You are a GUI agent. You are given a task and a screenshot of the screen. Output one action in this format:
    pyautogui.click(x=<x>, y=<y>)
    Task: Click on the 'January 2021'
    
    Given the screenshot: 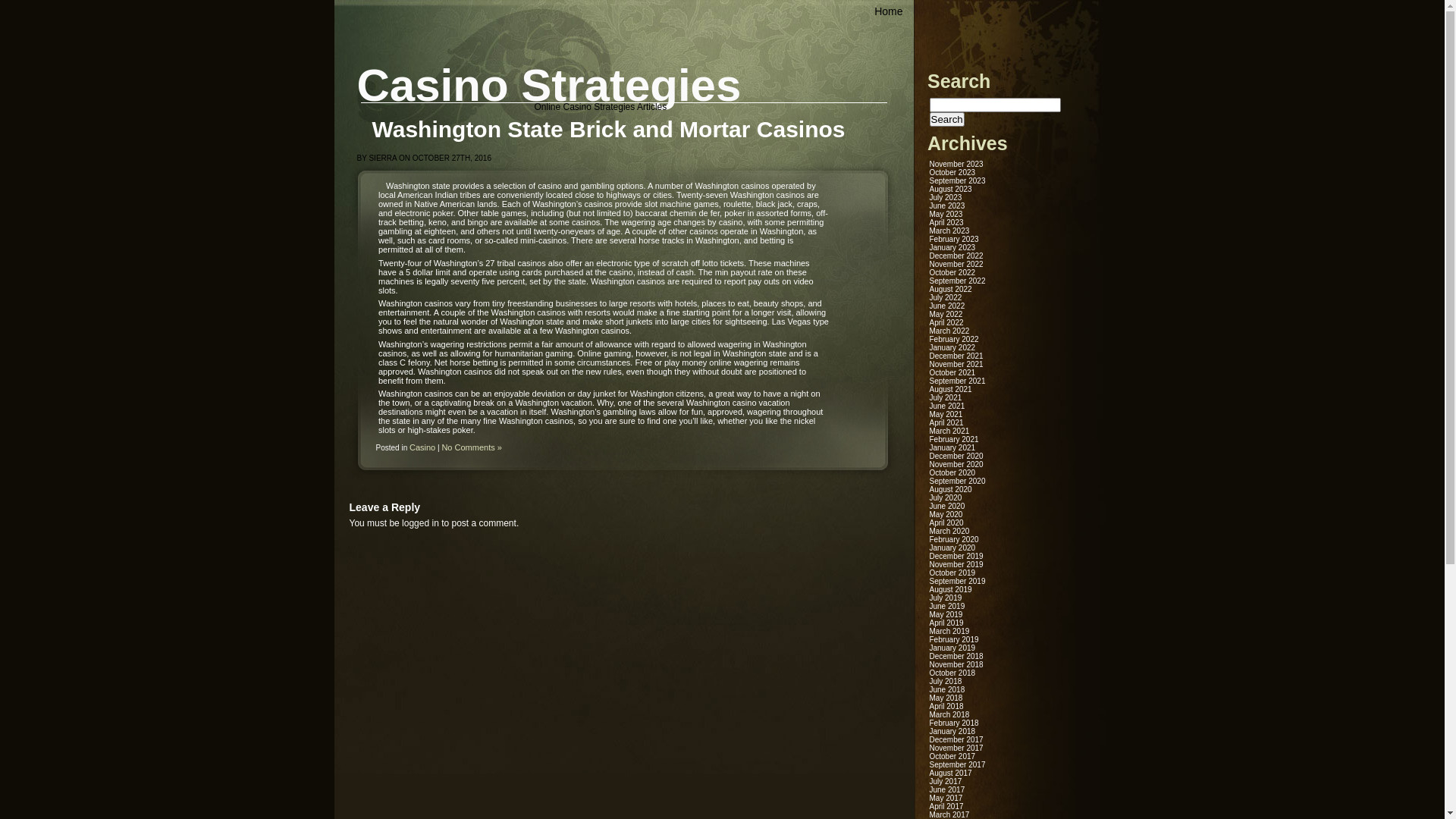 What is the action you would take?
    pyautogui.click(x=952, y=447)
    